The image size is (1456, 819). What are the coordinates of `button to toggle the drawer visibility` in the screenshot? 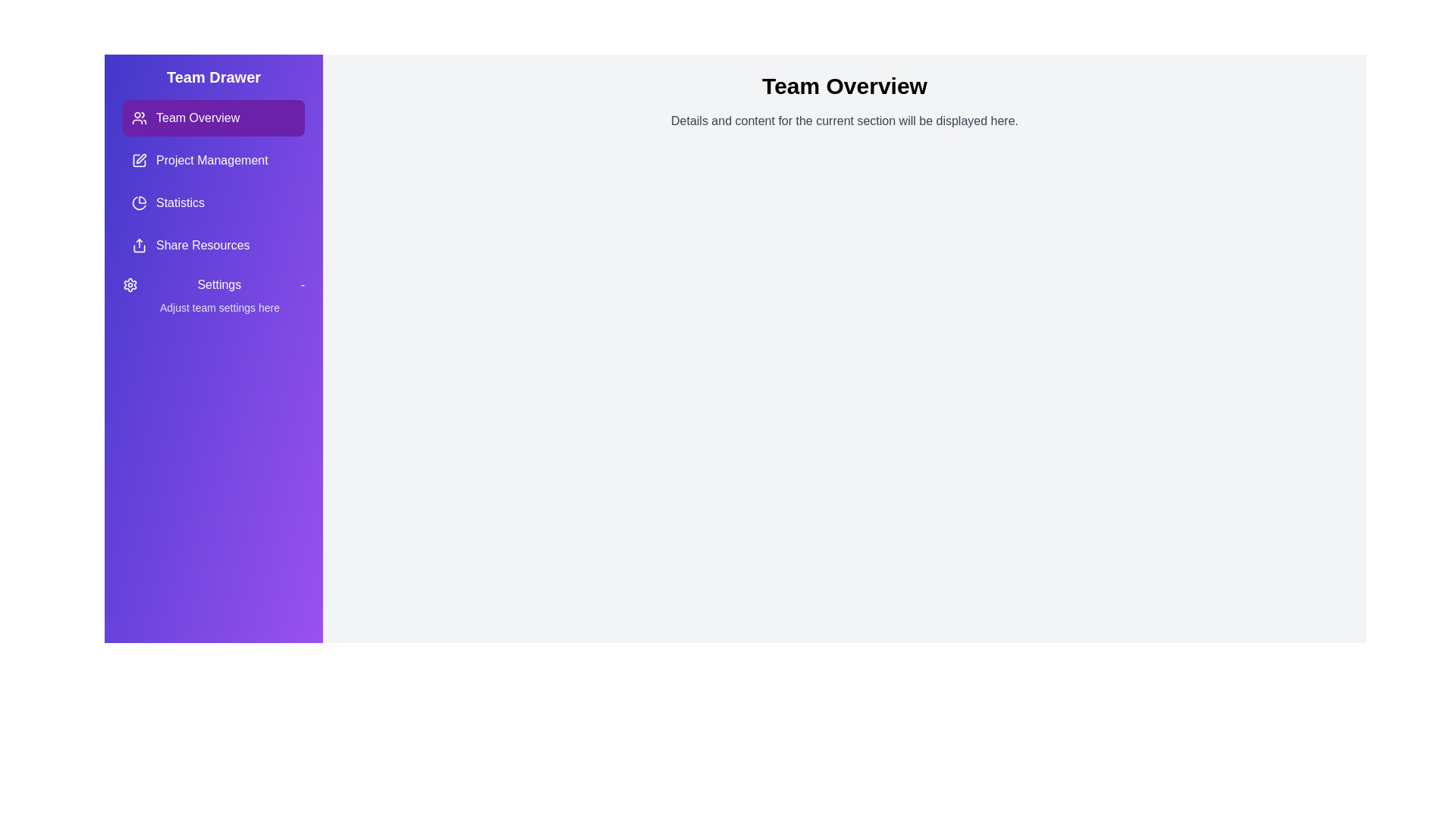 It's located at (322, 54).